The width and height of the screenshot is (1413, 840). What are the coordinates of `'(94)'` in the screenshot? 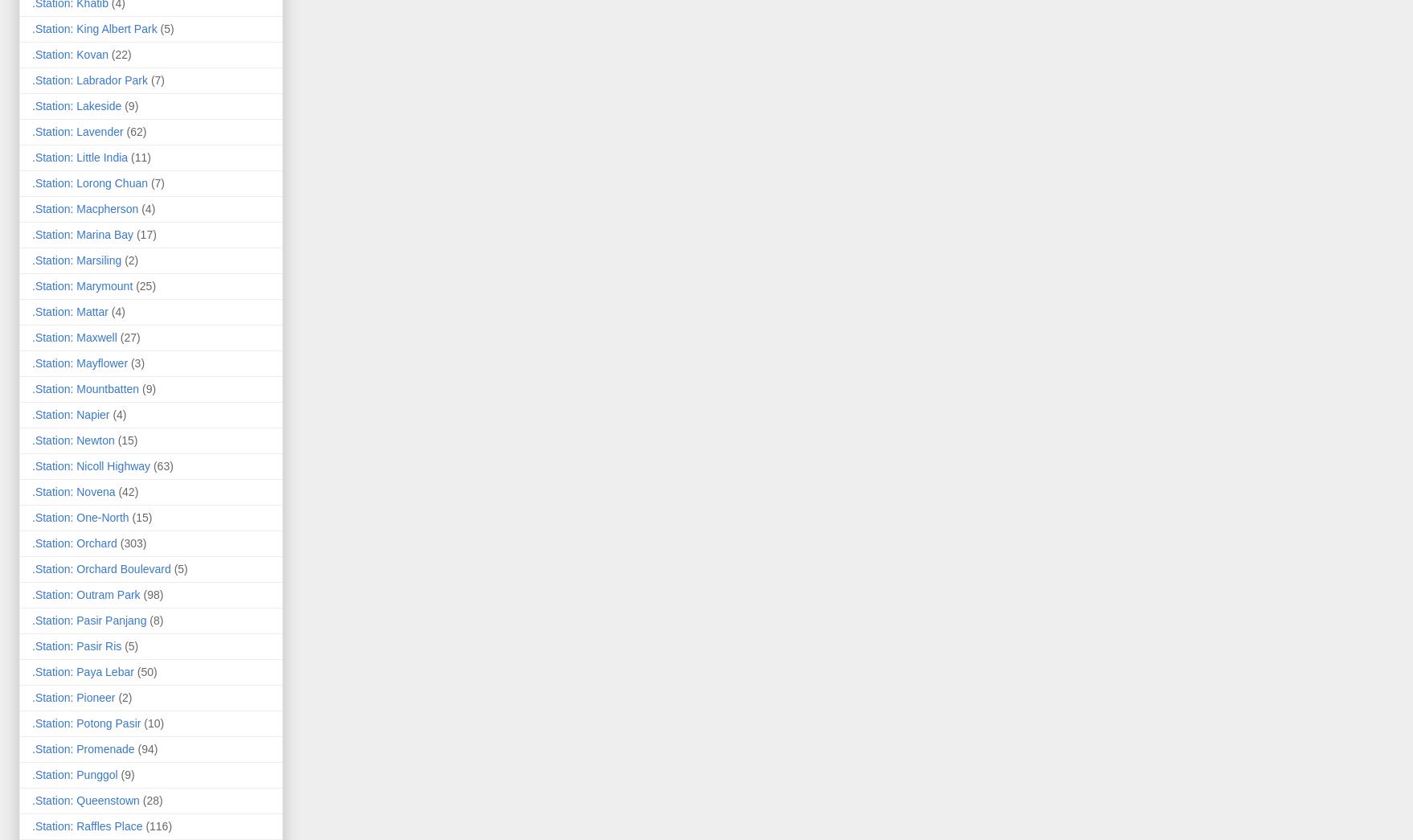 It's located at (137, 747).